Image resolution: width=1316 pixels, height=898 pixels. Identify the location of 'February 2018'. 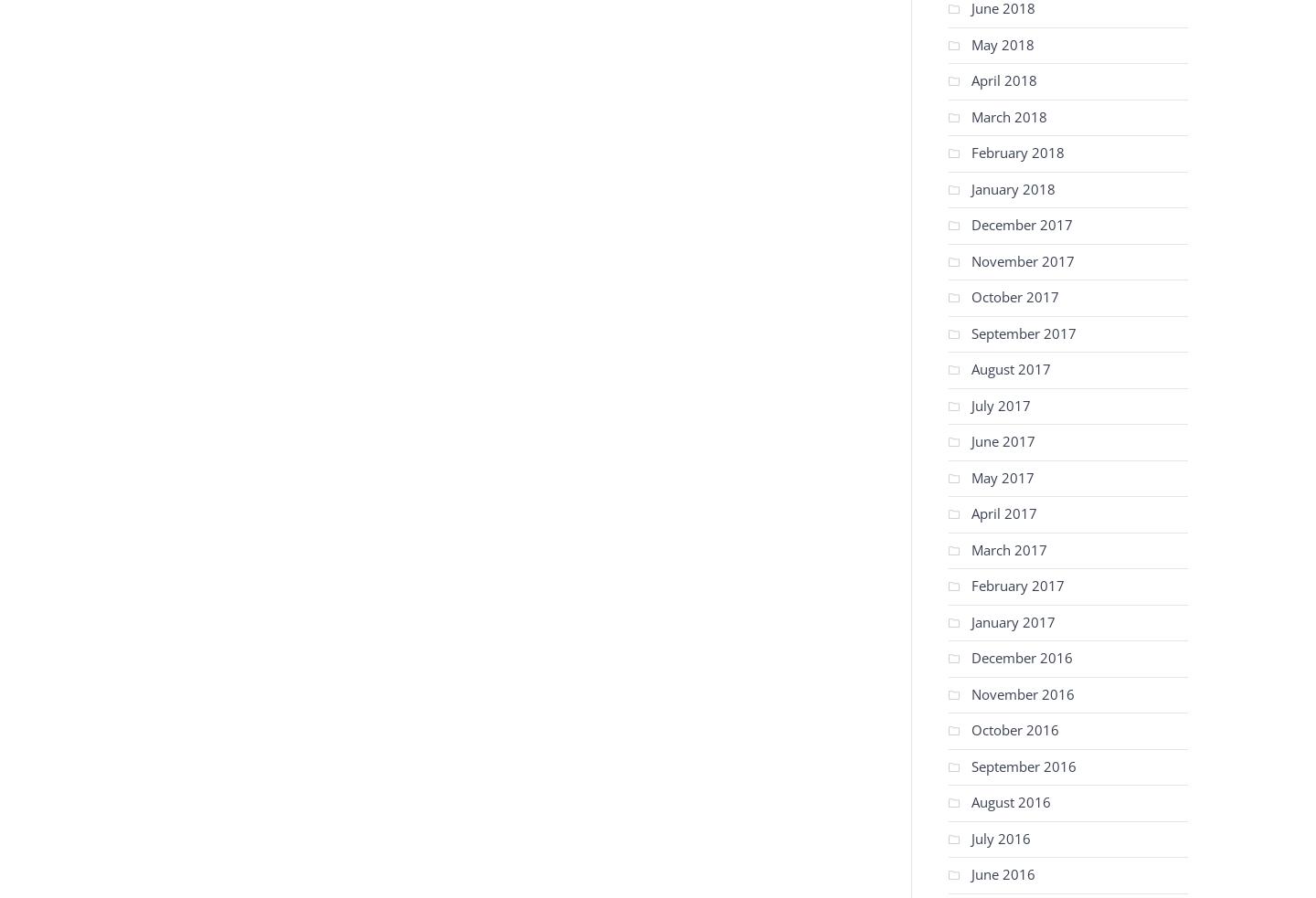
(1016, 153).